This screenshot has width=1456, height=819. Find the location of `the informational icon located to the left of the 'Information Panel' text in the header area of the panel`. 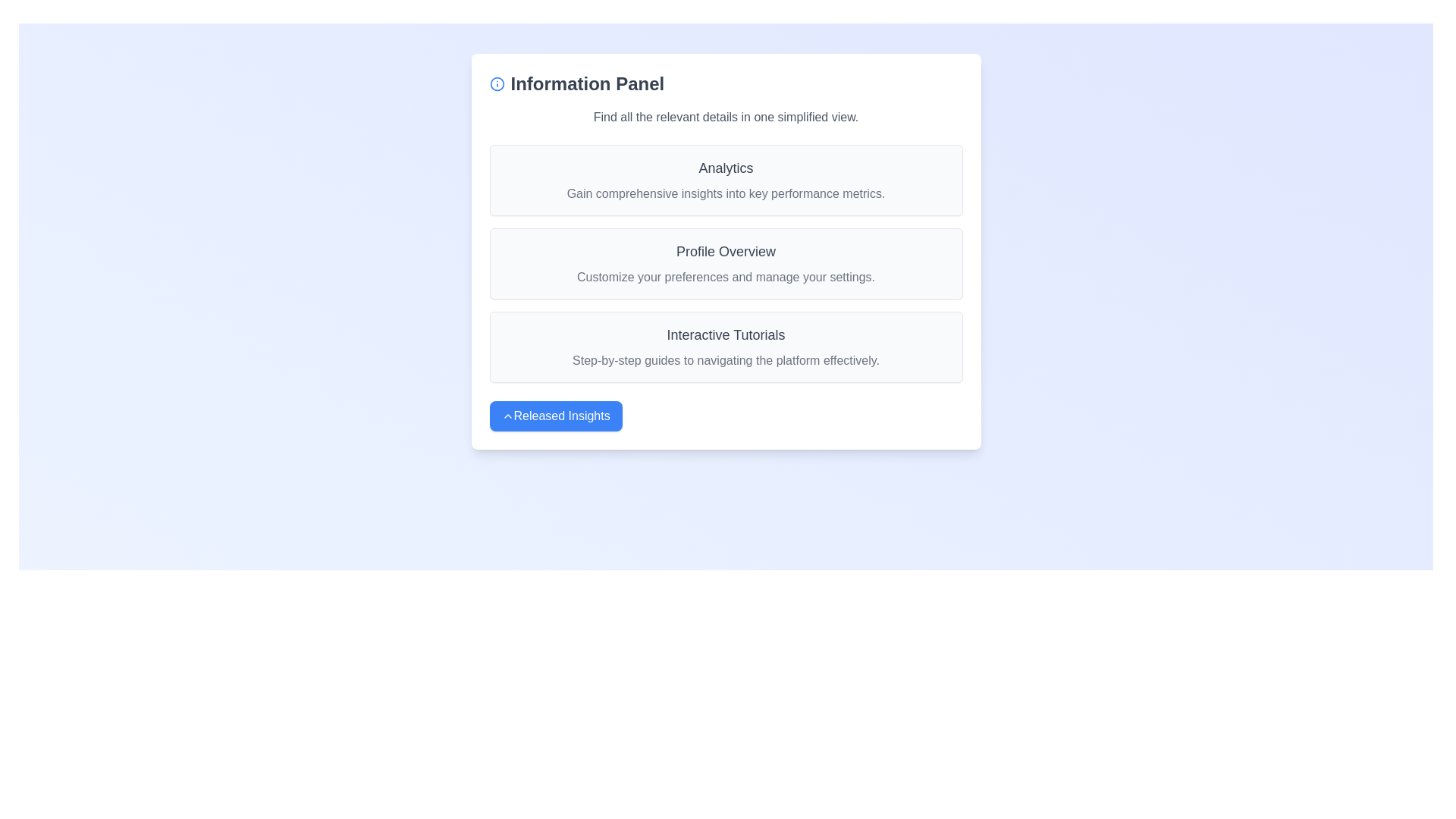

the informational icon located to the left of the 'Information Panel' text in the header area of the panel is located at coordinates (497, 84).